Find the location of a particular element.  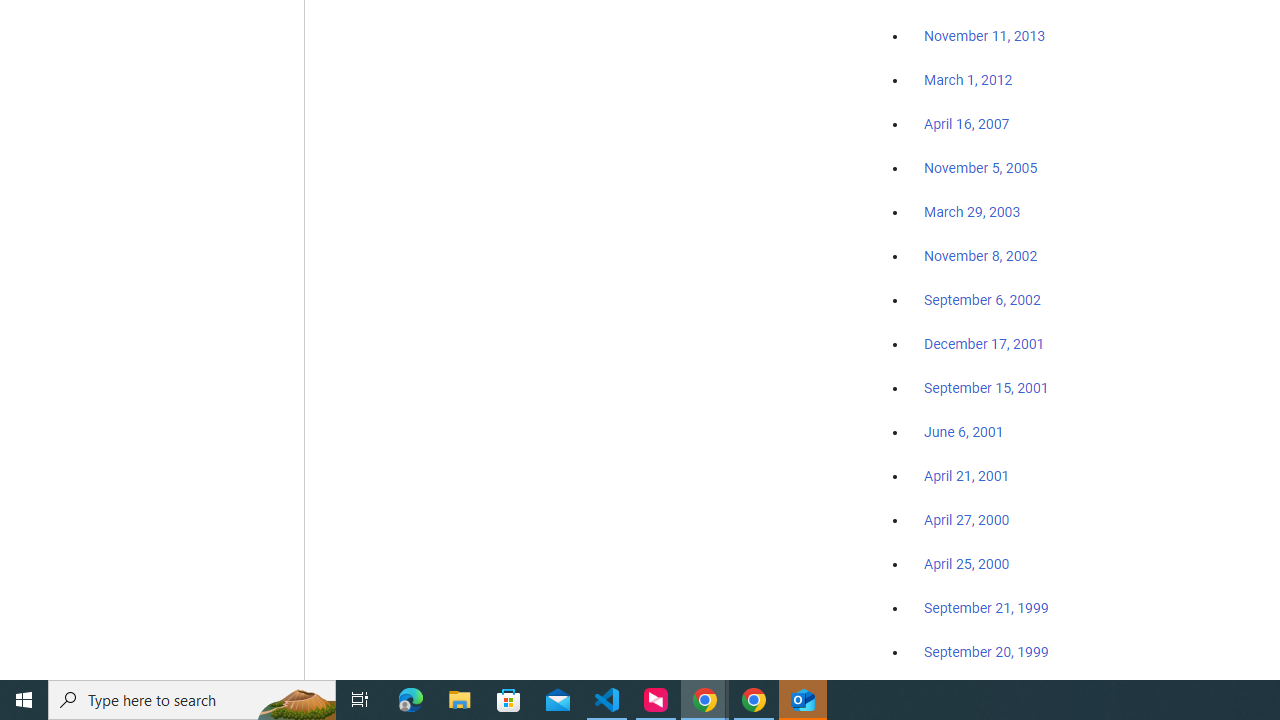

'November 5, 2005' is located at coordinates (981, 167).